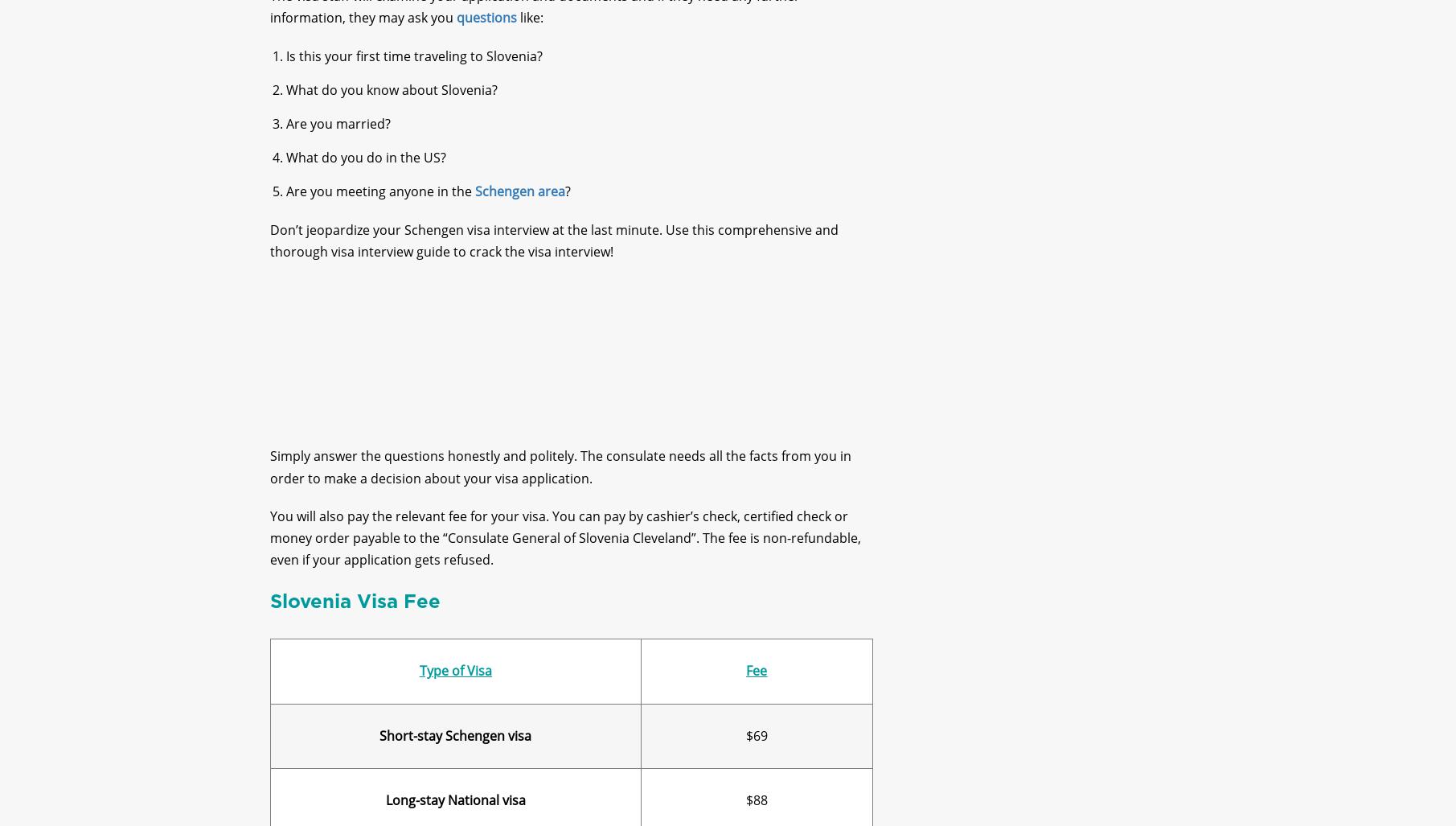 The image size is (1456, 826). What do you see at coordinates (453, 813) in the screenshot?
I see `'Long-stay National visa'` at bounding box center [453, 813].